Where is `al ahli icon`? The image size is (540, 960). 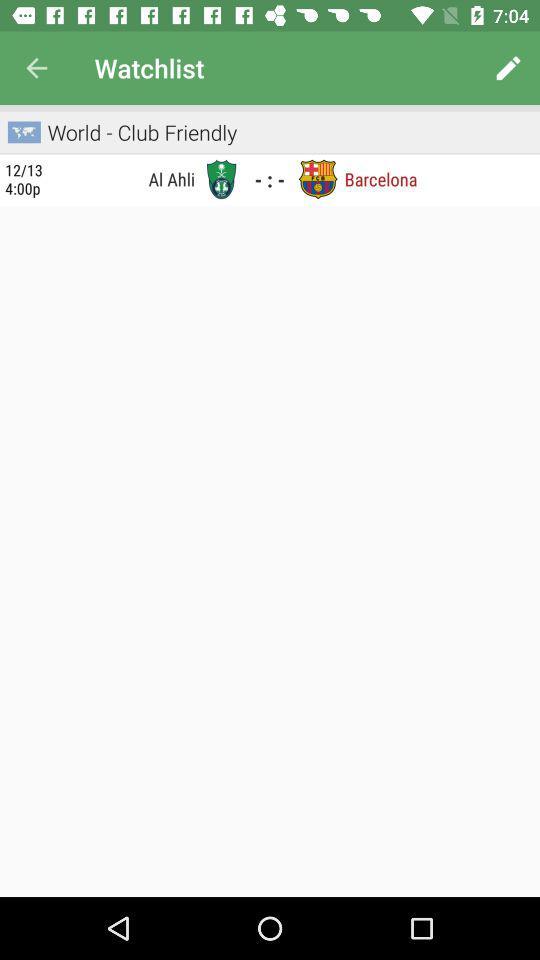
al ahli icon is located at coordinates (125, 178).